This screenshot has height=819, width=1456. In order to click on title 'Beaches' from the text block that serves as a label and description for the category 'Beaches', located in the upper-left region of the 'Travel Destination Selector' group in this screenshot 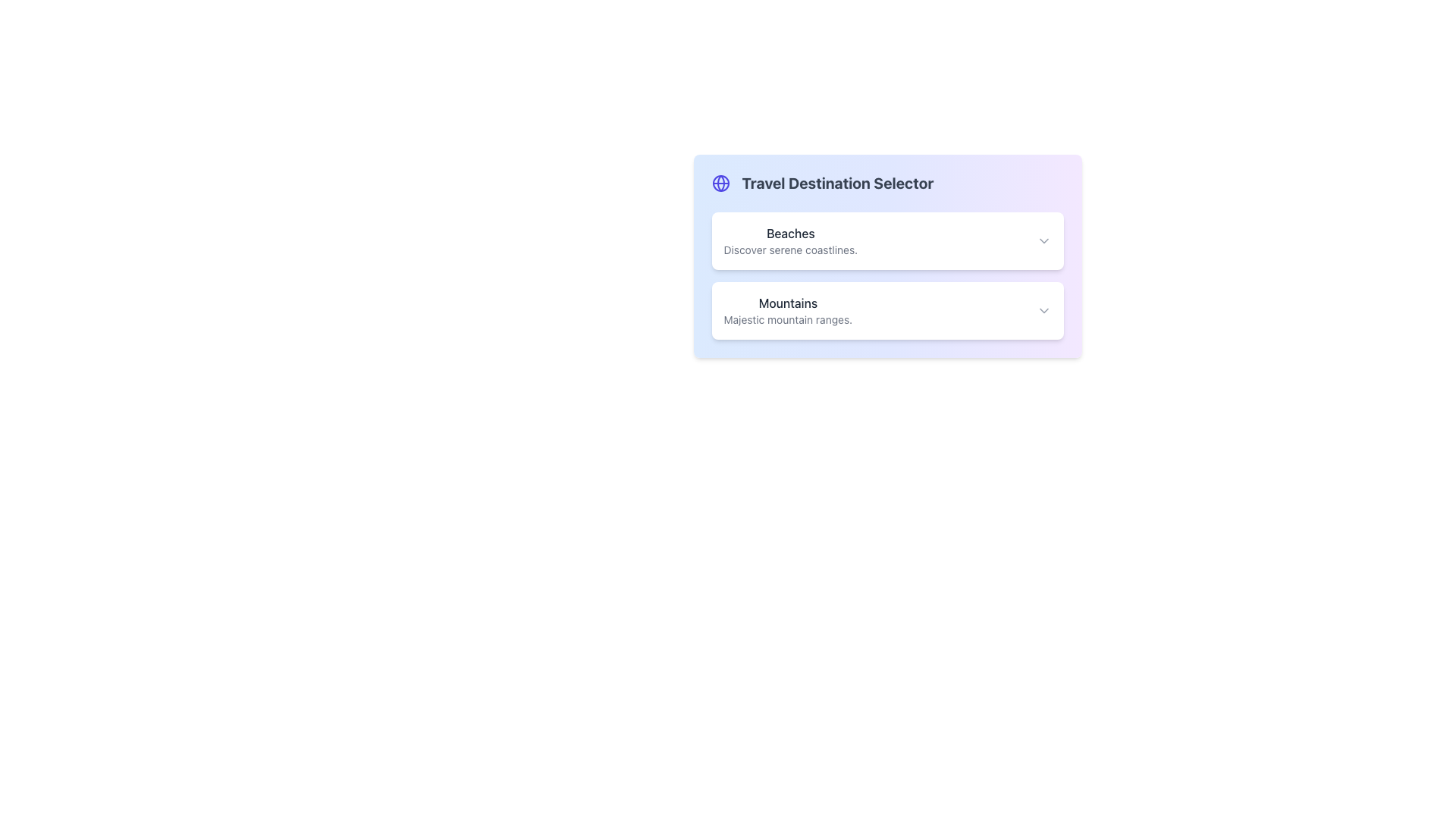, I will do `click(789, 240)`.